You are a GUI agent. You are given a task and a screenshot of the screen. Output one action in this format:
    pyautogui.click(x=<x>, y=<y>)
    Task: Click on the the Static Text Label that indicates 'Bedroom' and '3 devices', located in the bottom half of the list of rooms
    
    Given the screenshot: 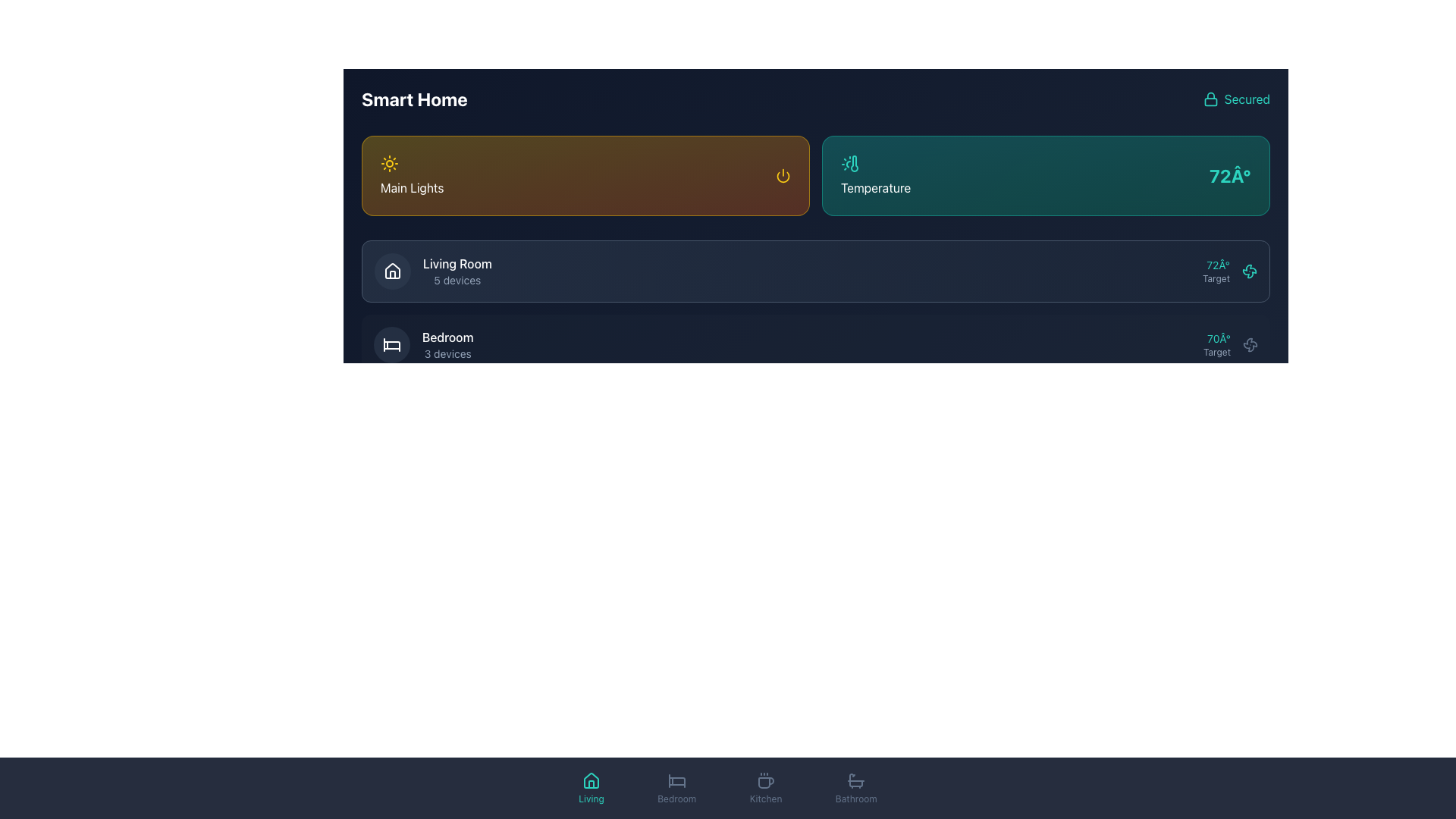 What is the action you would take?
    pyautogui.click(x=447, y=336)
    